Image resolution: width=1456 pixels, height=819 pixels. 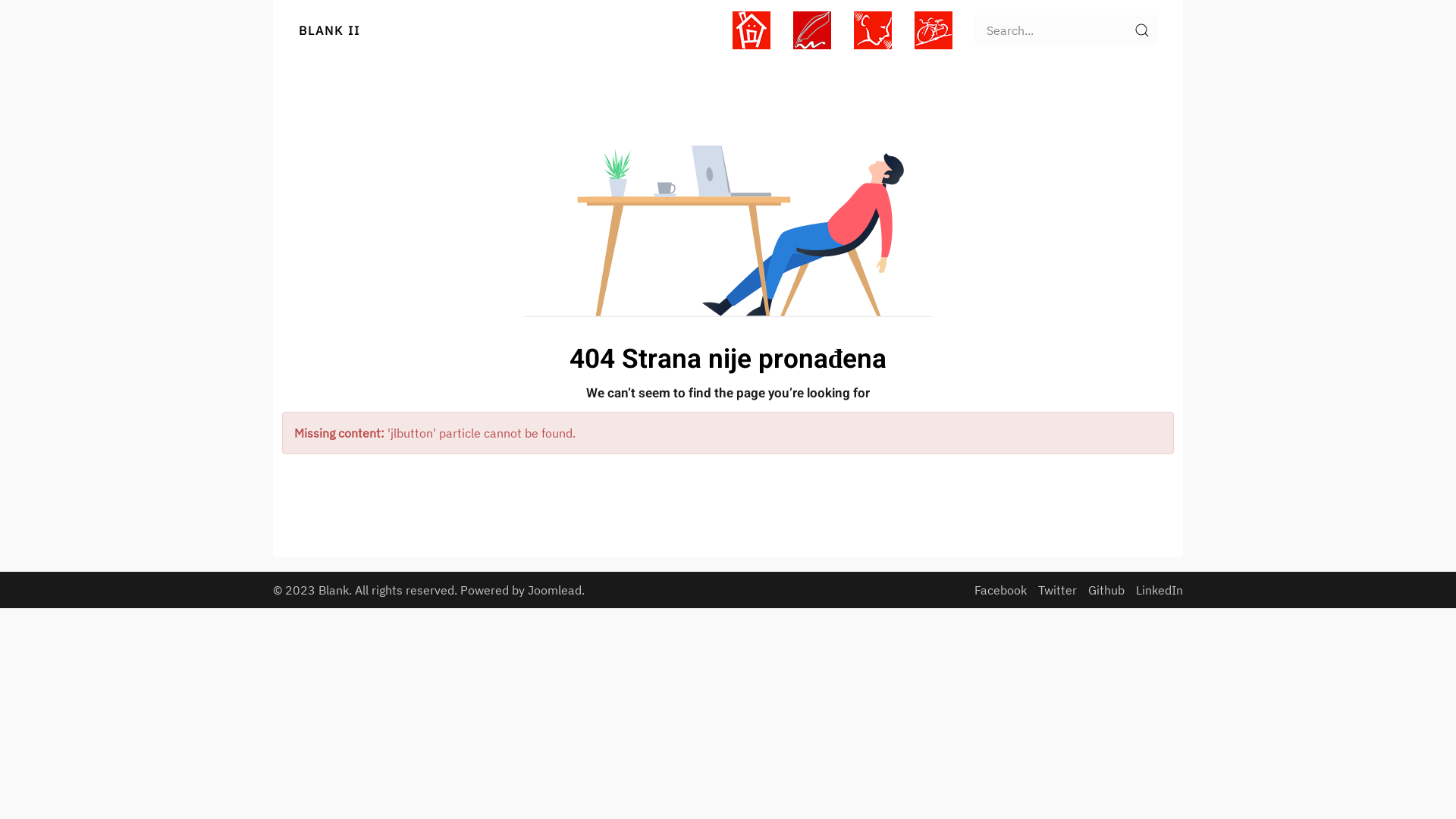 I want to click on 'Facebook', so click(x=1000, y=589).